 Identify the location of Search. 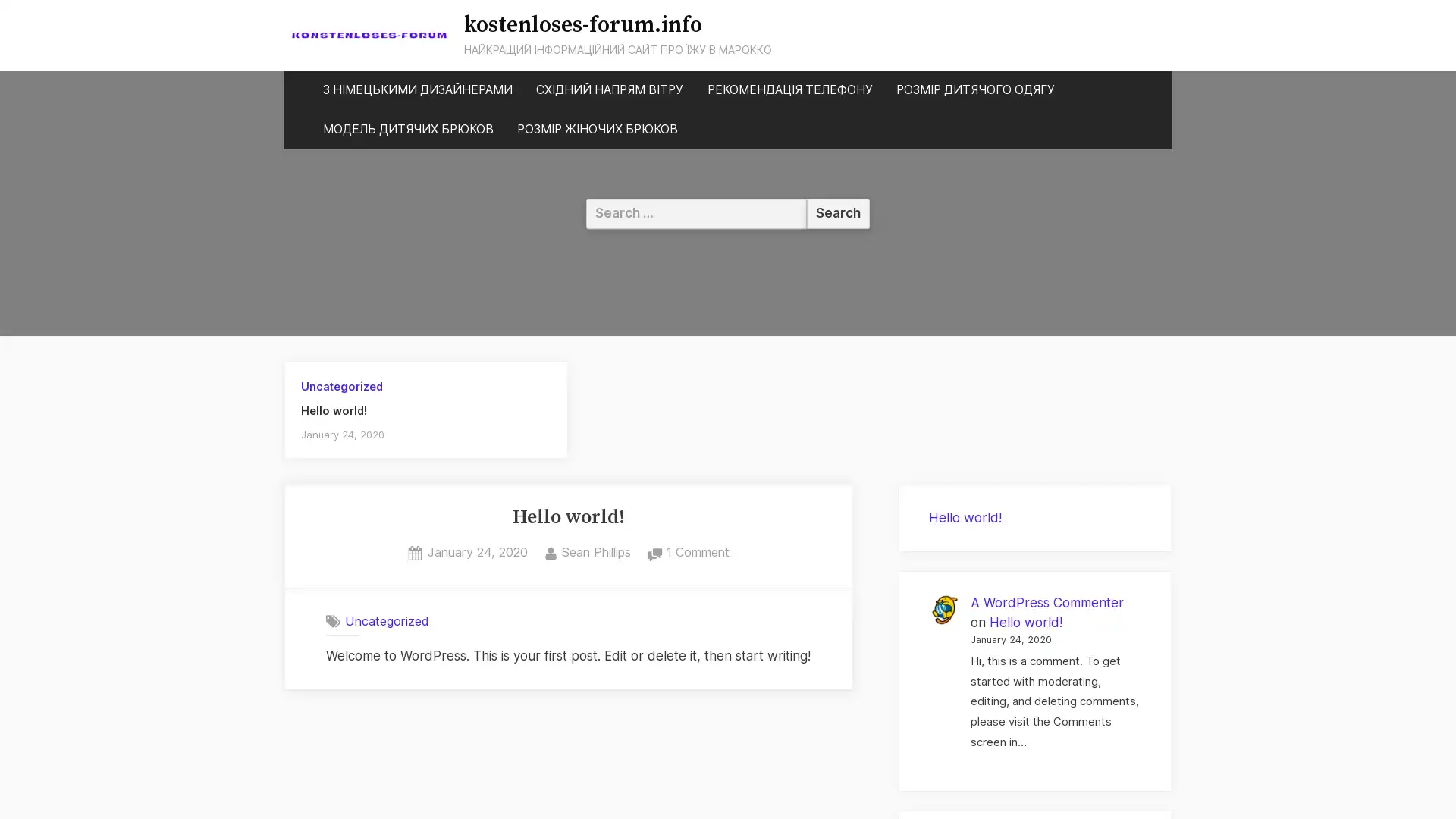
(837, 213).